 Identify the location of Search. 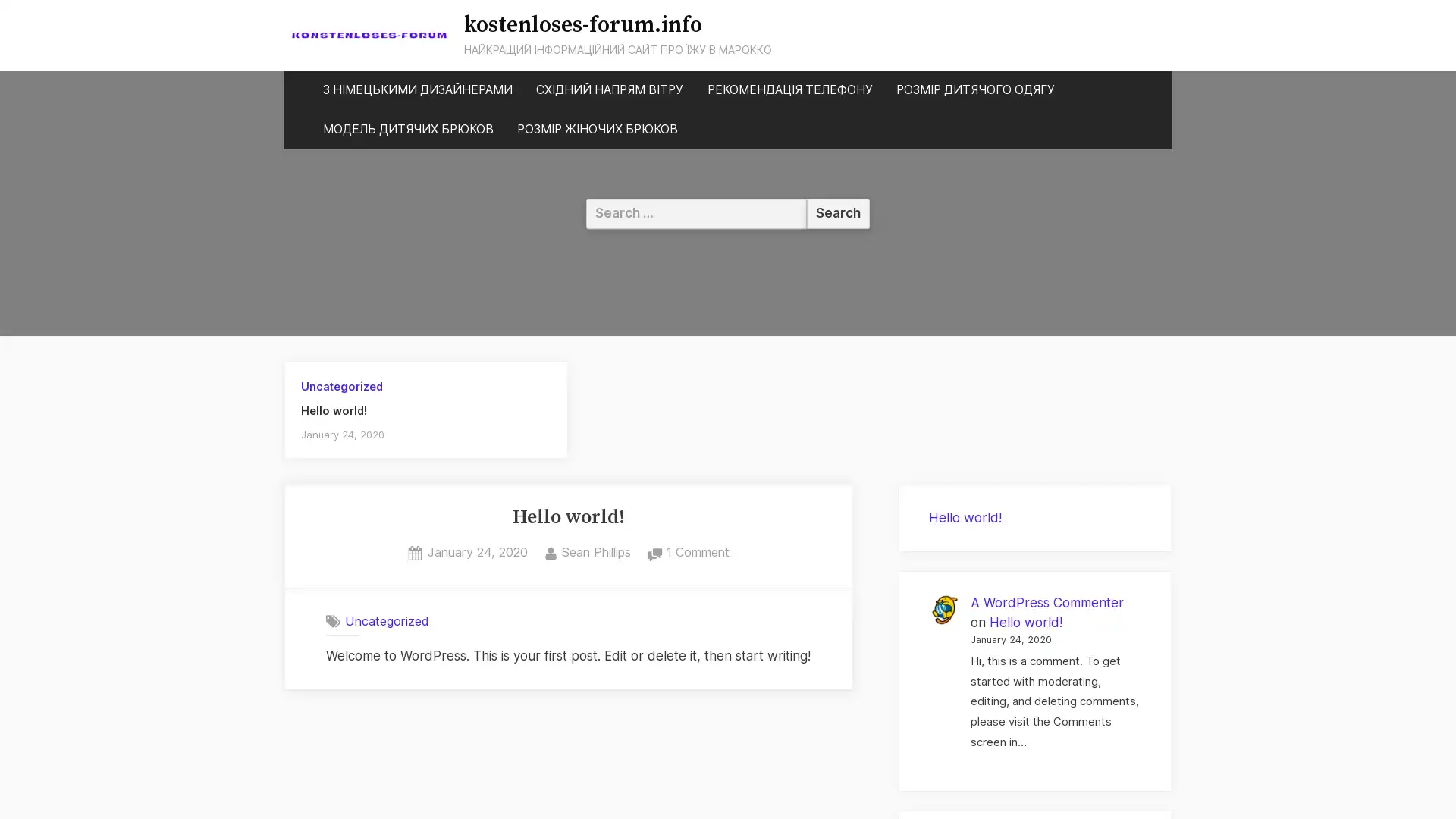
(837, 213).